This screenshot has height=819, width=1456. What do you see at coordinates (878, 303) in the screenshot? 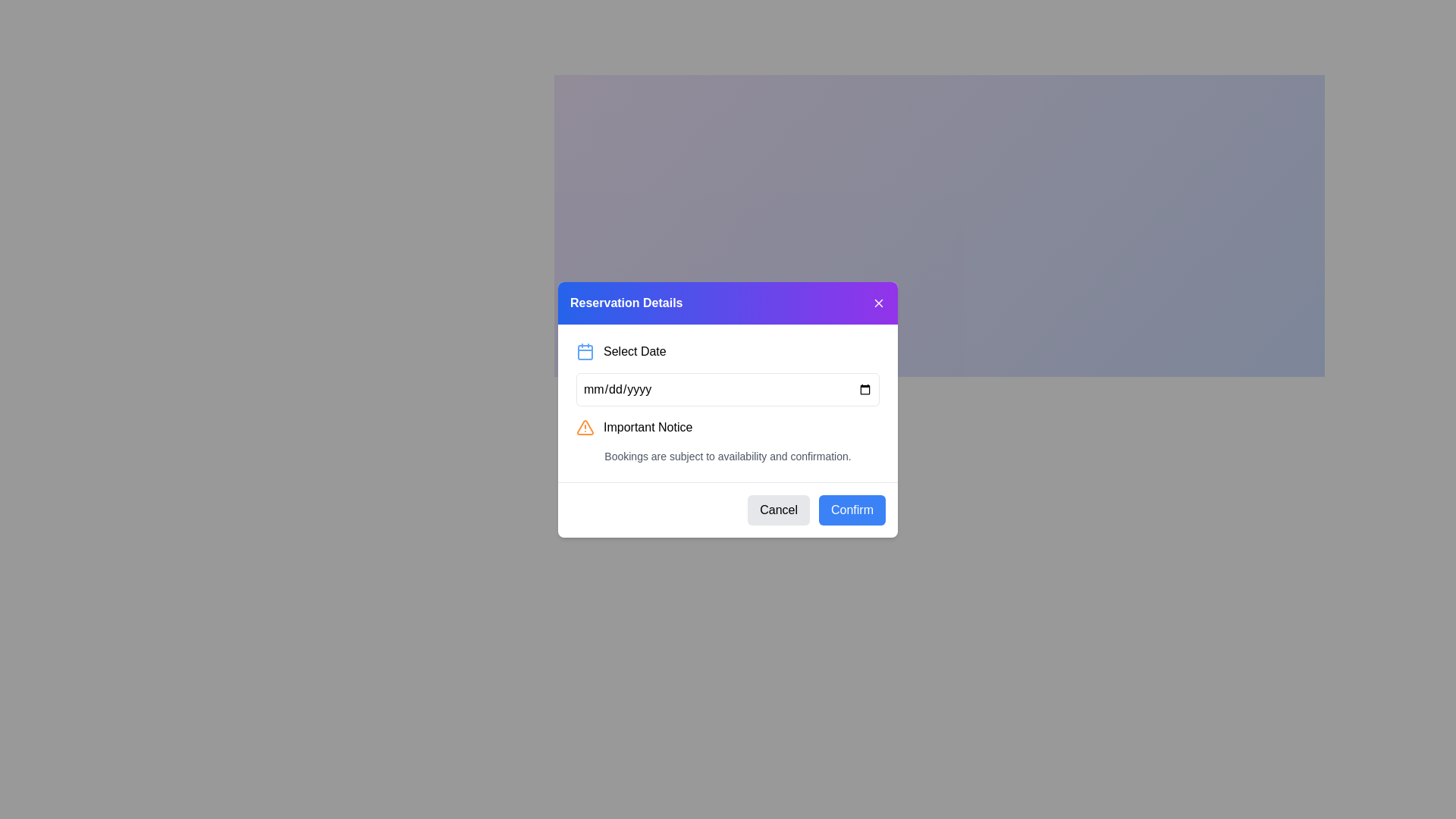
I see `the small square button with a white 'X' icon located at the top-right corner of the purple header titled 'Reservation Details'` at bounding box center [878, 303].